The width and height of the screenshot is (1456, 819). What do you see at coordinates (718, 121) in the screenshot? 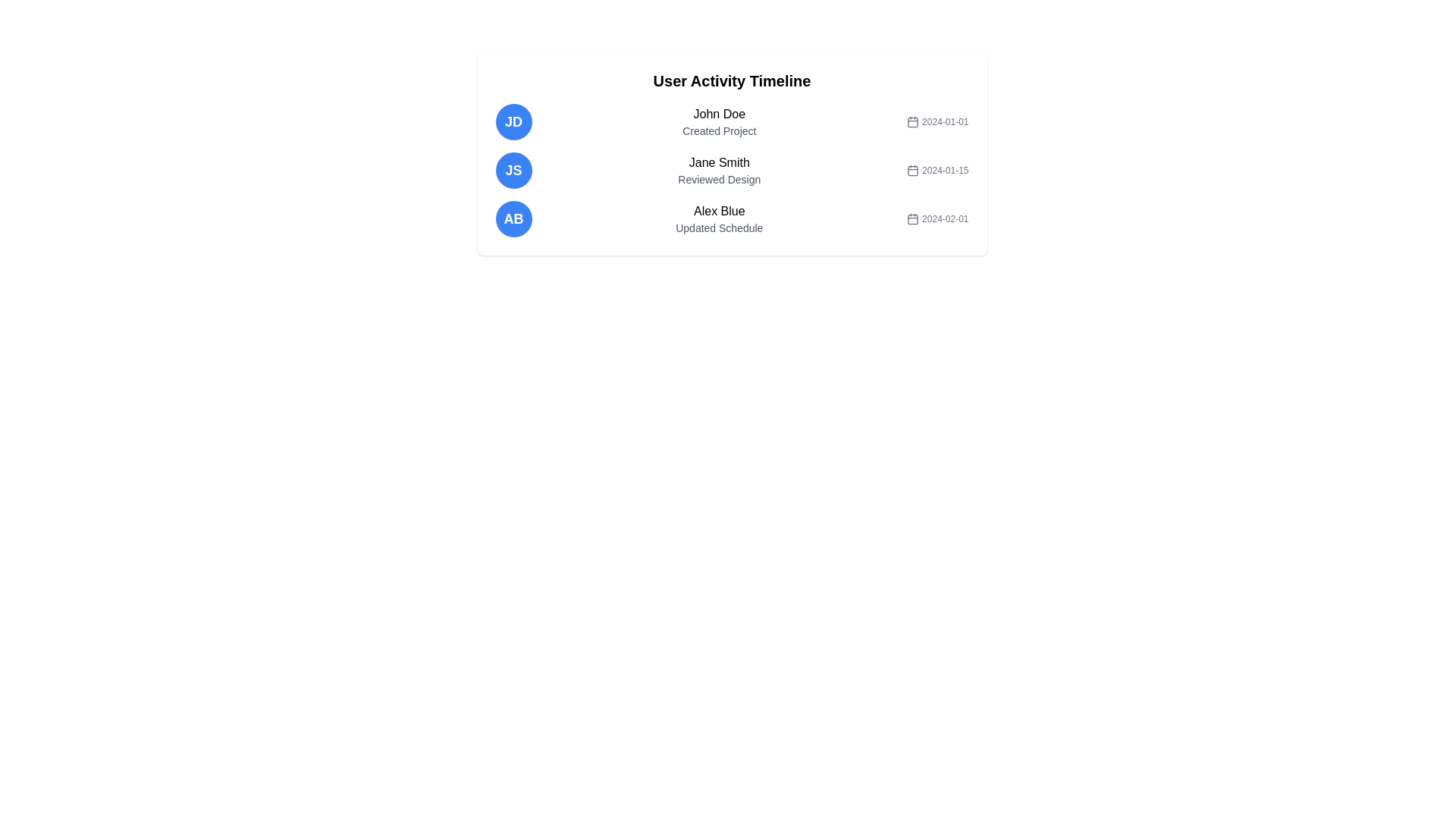
I see `the text label indicating that user 'John Doe' performed the action 'Created Project', which is the first entry in the timeline next to the blue circular avatar with initials 'JD'` at bounding box center [718, 121].